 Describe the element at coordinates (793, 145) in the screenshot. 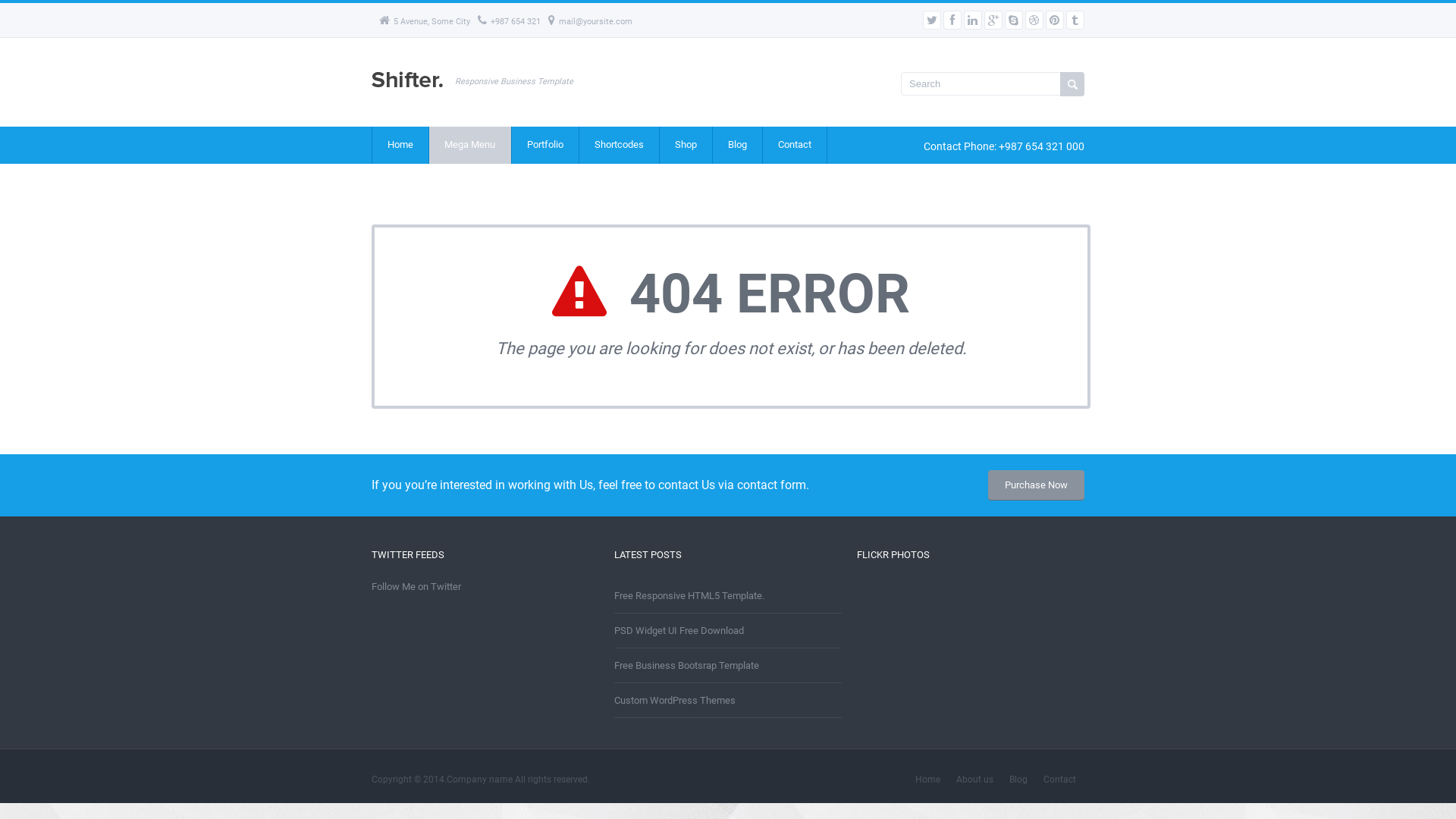

I see `'Contact'` at that location.